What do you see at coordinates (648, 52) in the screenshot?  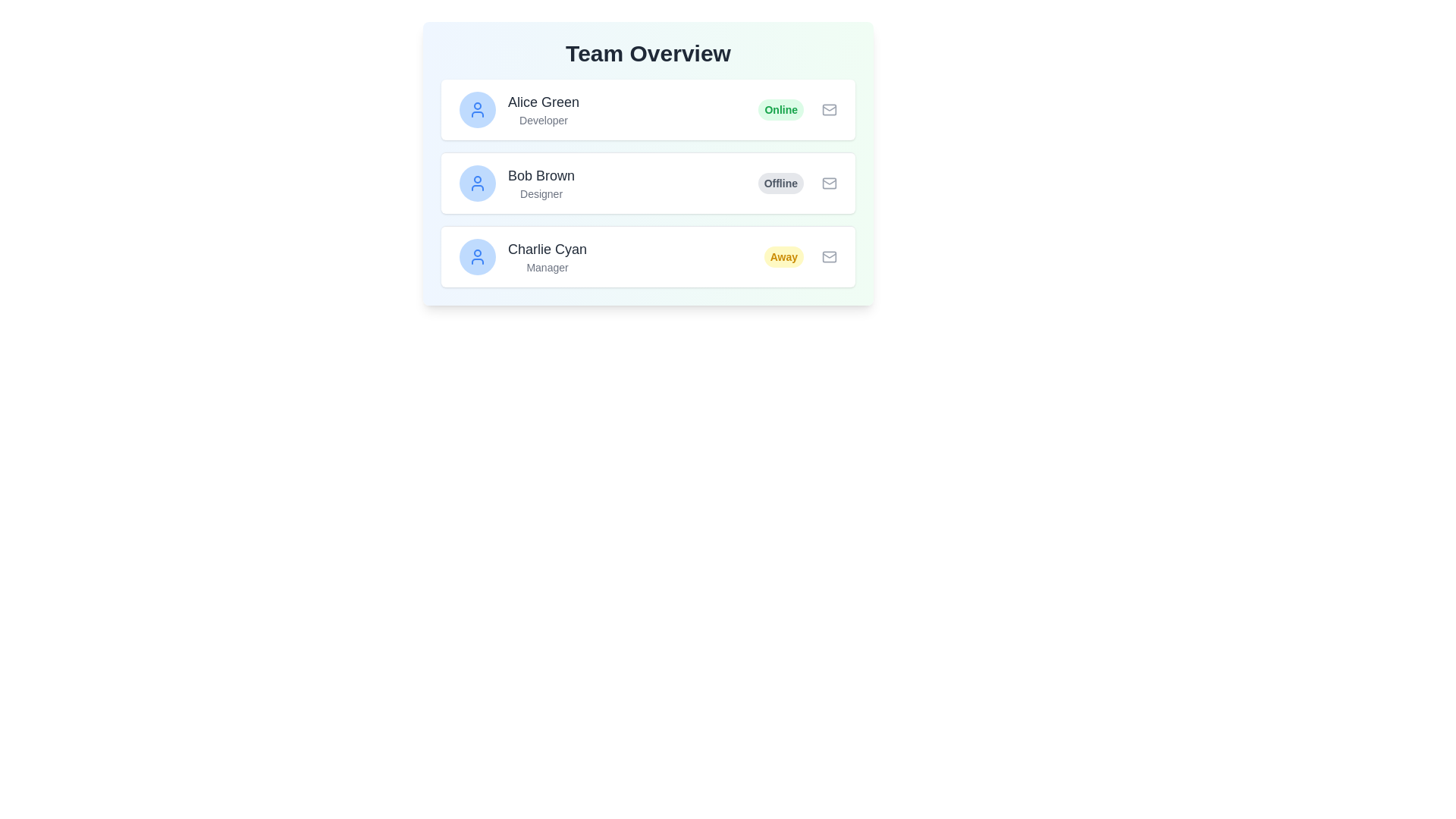 I see `prominently displayed title labeled 'Team Overview' at the top-center of its section` at bounding box center [648, 52].